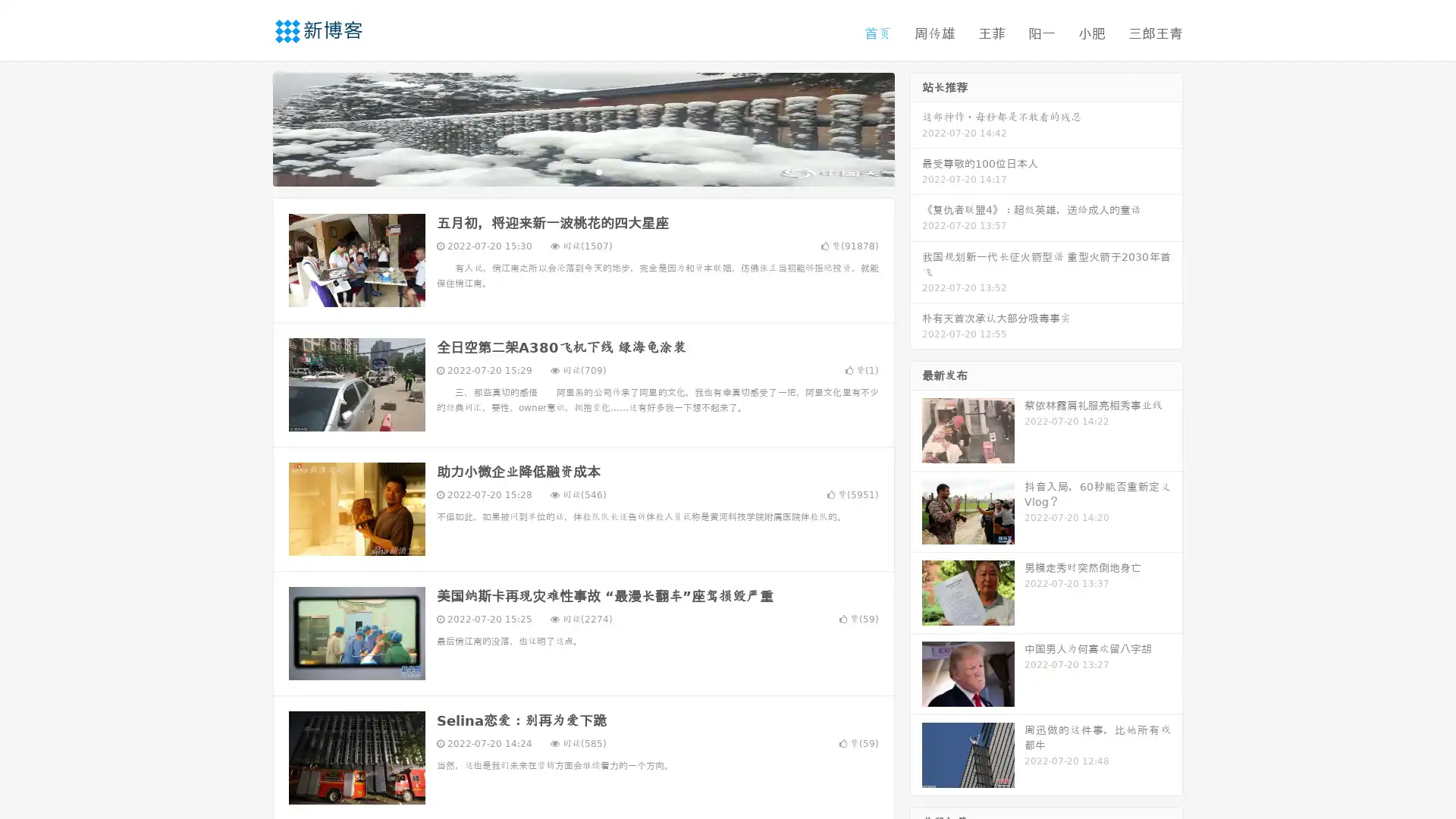  I want to click on Next slide, so click(916, 127).